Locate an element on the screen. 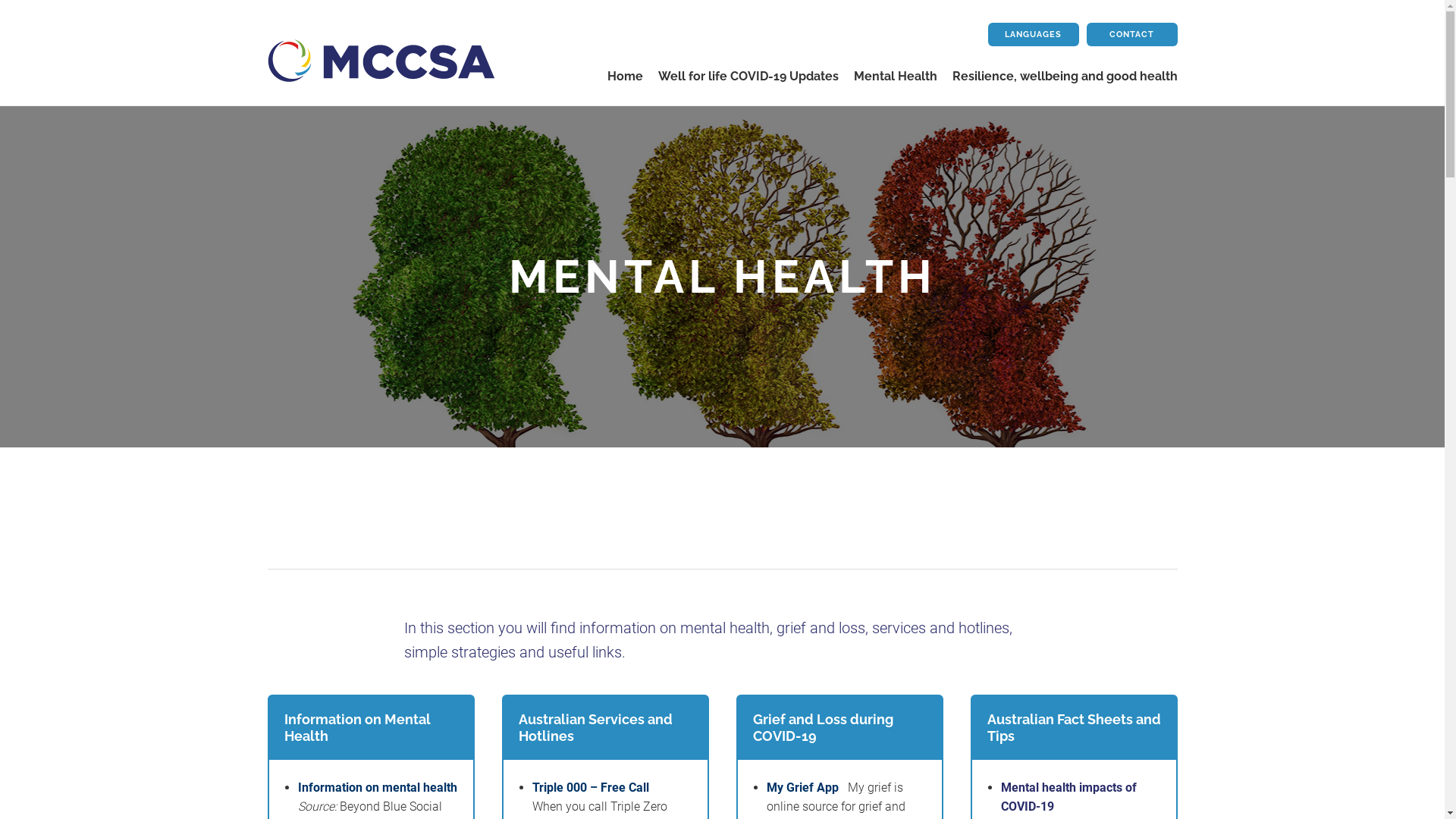  'Information on mental health' is located at coordinates (377, 786).